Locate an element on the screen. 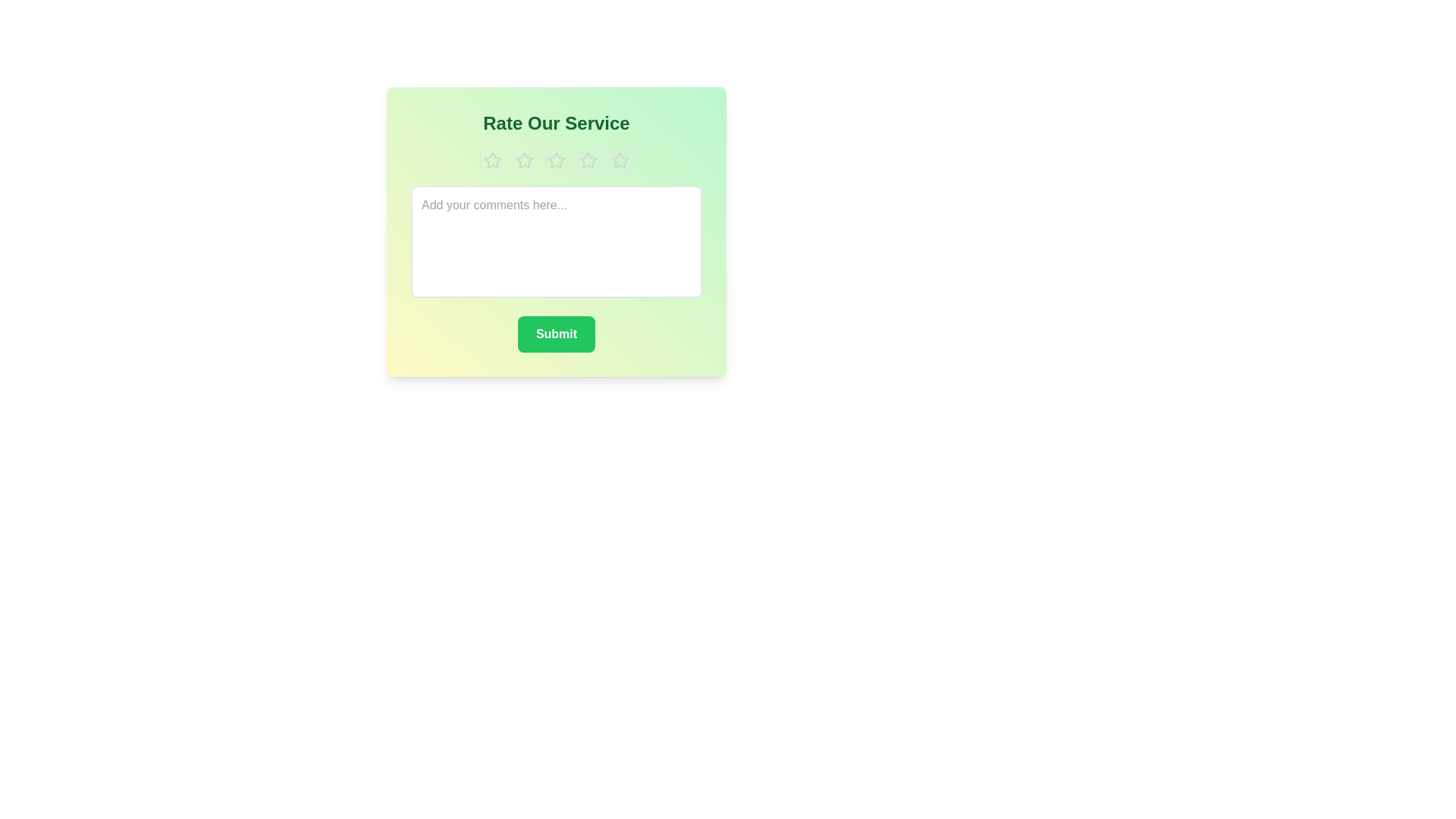  the star representing the rating 3 is located at coordinates (556, 161).